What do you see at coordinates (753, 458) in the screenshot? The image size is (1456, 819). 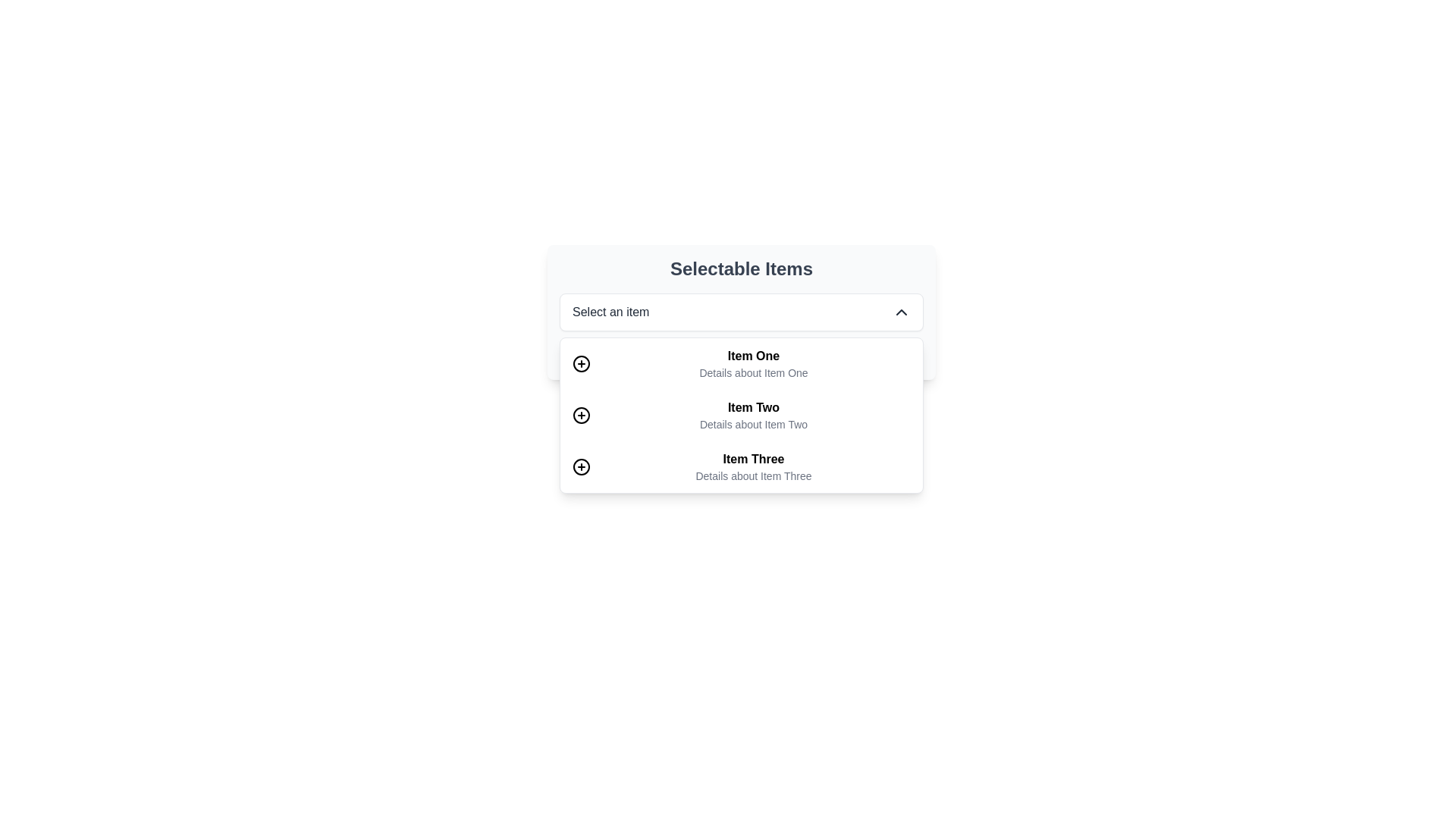 I see `the static text label 'Item Three' which is the title of the third item in the dropdown list under 'Selectable Items'` at bounding box center [753, 458].